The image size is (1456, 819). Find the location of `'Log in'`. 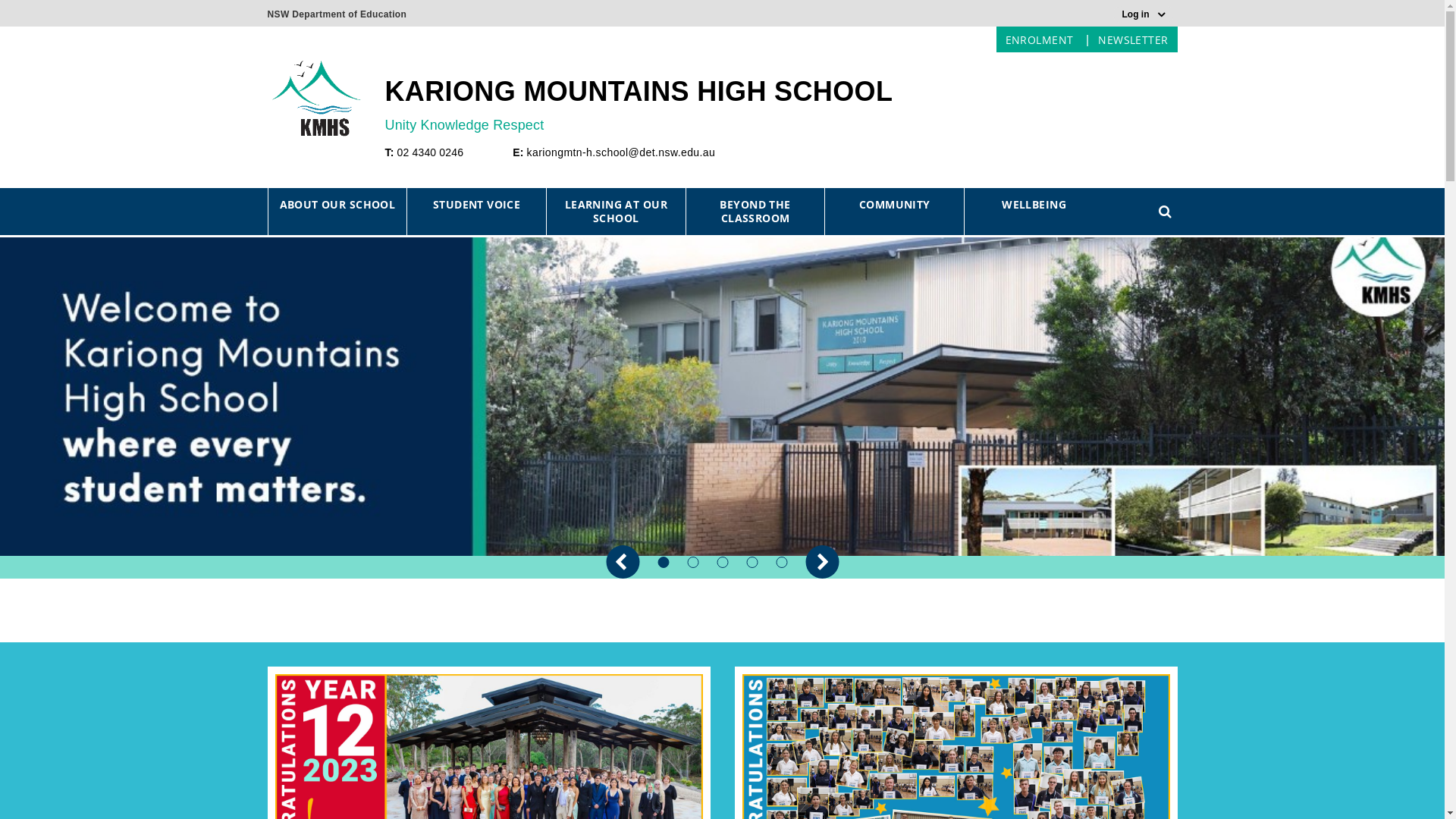

'Log in' is located at coordinates (1143, 14).